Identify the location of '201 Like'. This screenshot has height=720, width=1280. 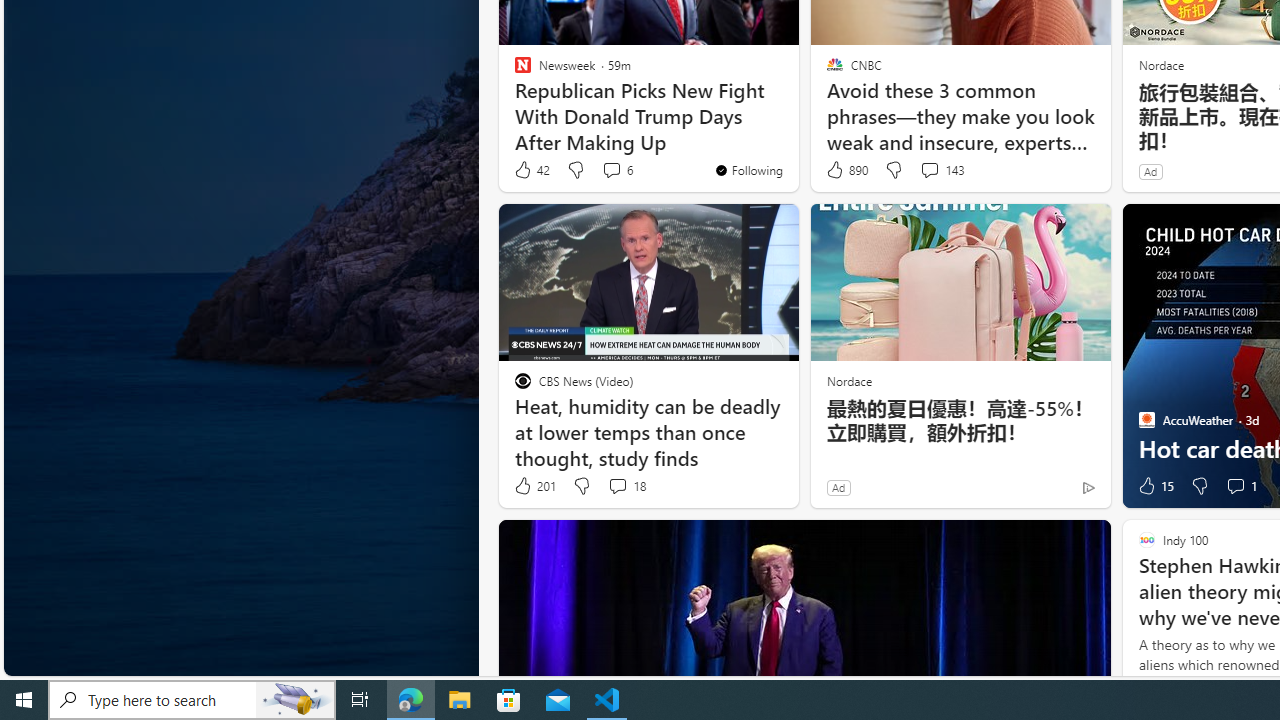
(534, 486).